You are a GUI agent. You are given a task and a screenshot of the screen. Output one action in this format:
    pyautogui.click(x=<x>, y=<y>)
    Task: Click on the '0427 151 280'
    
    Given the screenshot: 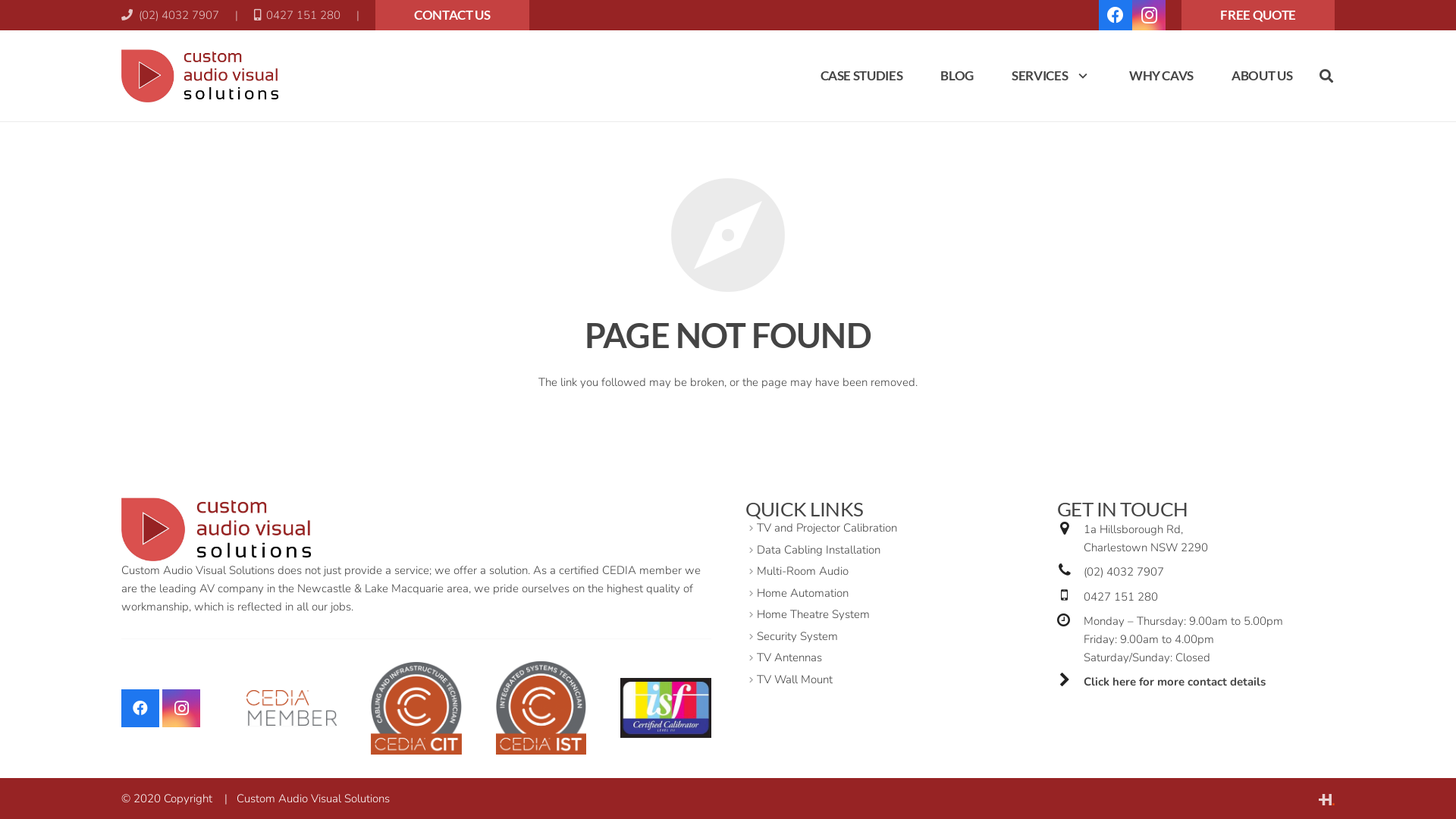 What is the action you would take?
    pyautogui.click(x=1121, y=596)
    